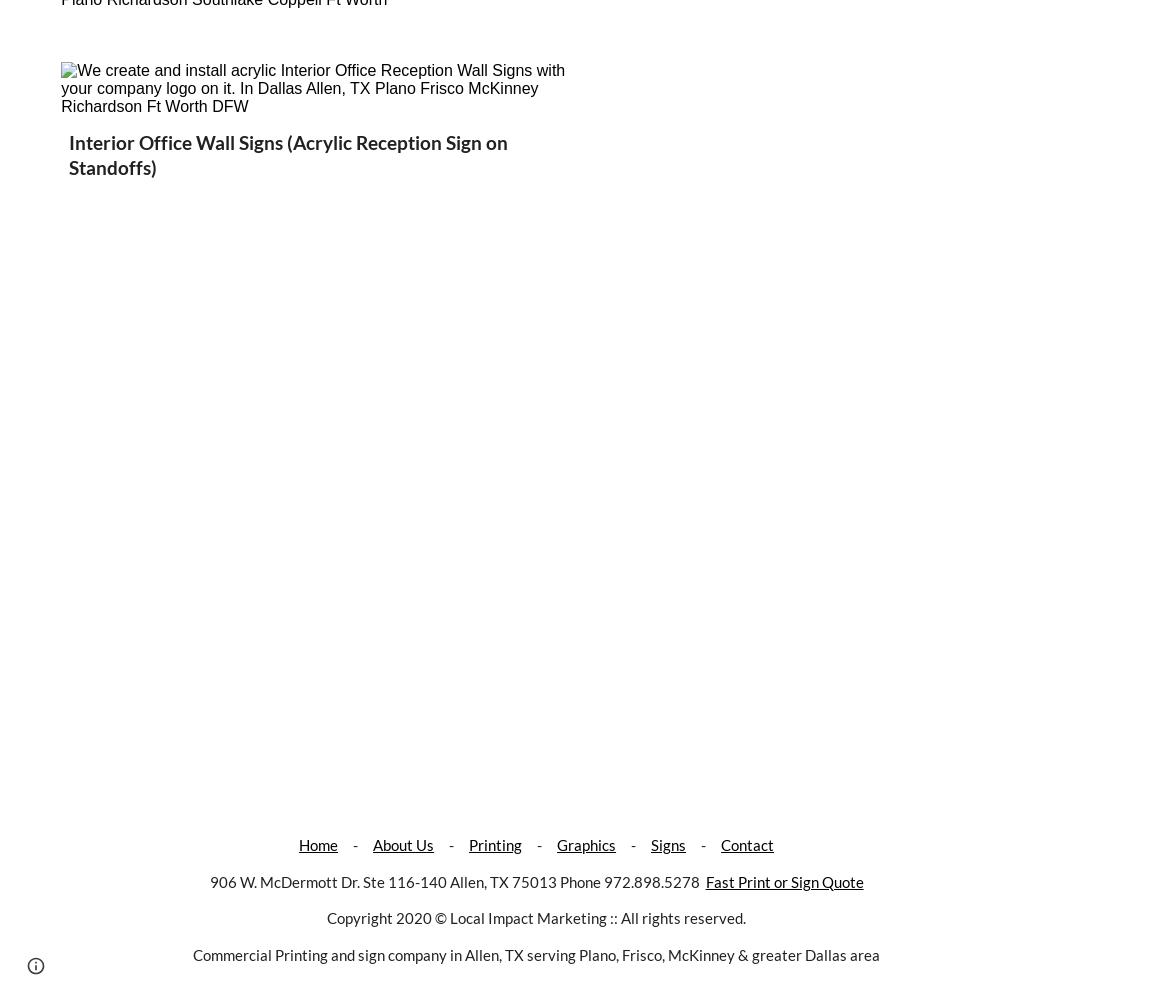  Describe the element at coordinates (649, 844) in the screenshot. I see `'Signs'` at that location.